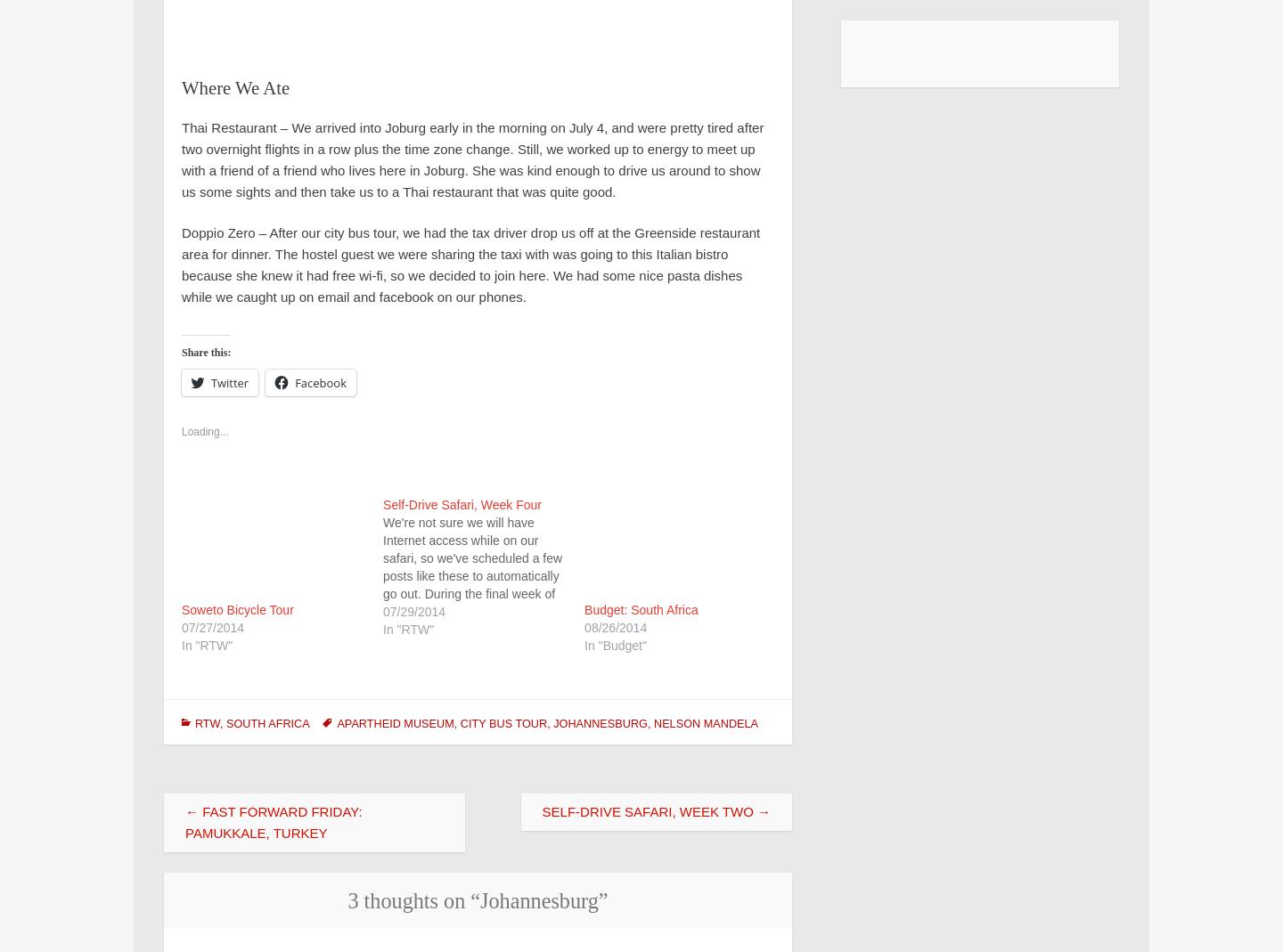 The image size is (1283, 952). I want to click on 'Thai Restaurant – We arrived into Joburg early in the morning on July 4, and were pretty tired after two overnight flights in a row plus the time zone change. Still, we worked up to energy to meet up with a friend of a friend who lives here in Joburg. She was kind enough to drive us around to show us some sights and then take us to a Thai restaurant that was quite good.', so click(471, 159).